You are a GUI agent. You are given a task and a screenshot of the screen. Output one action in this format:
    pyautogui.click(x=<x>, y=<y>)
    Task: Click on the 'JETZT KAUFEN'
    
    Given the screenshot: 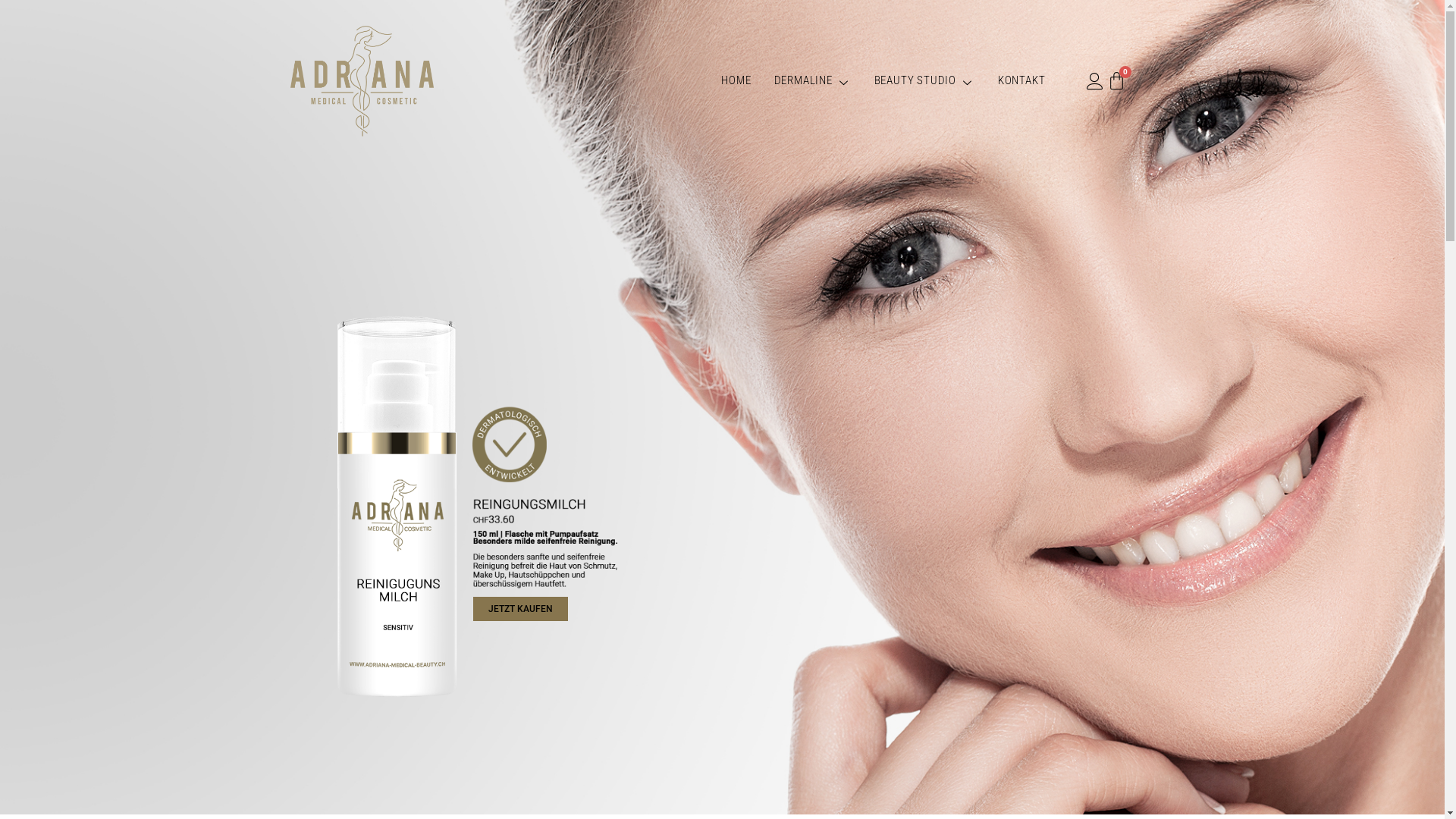 What is the action you would take?
    pyautogui.click(x=520, y=607)
    